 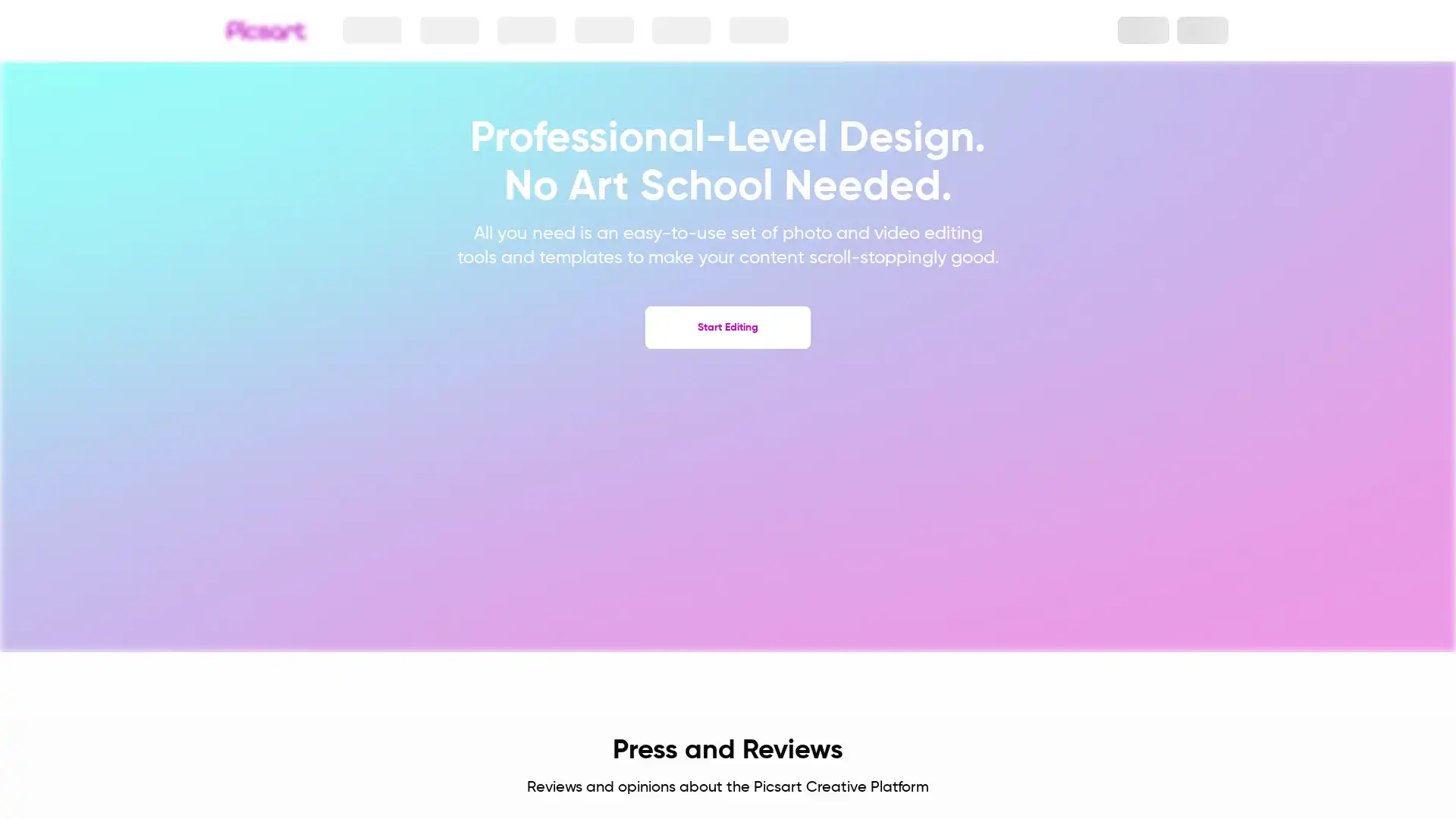 I want to click on Editing Tools and Features Menu, so click(x=528, y=30).